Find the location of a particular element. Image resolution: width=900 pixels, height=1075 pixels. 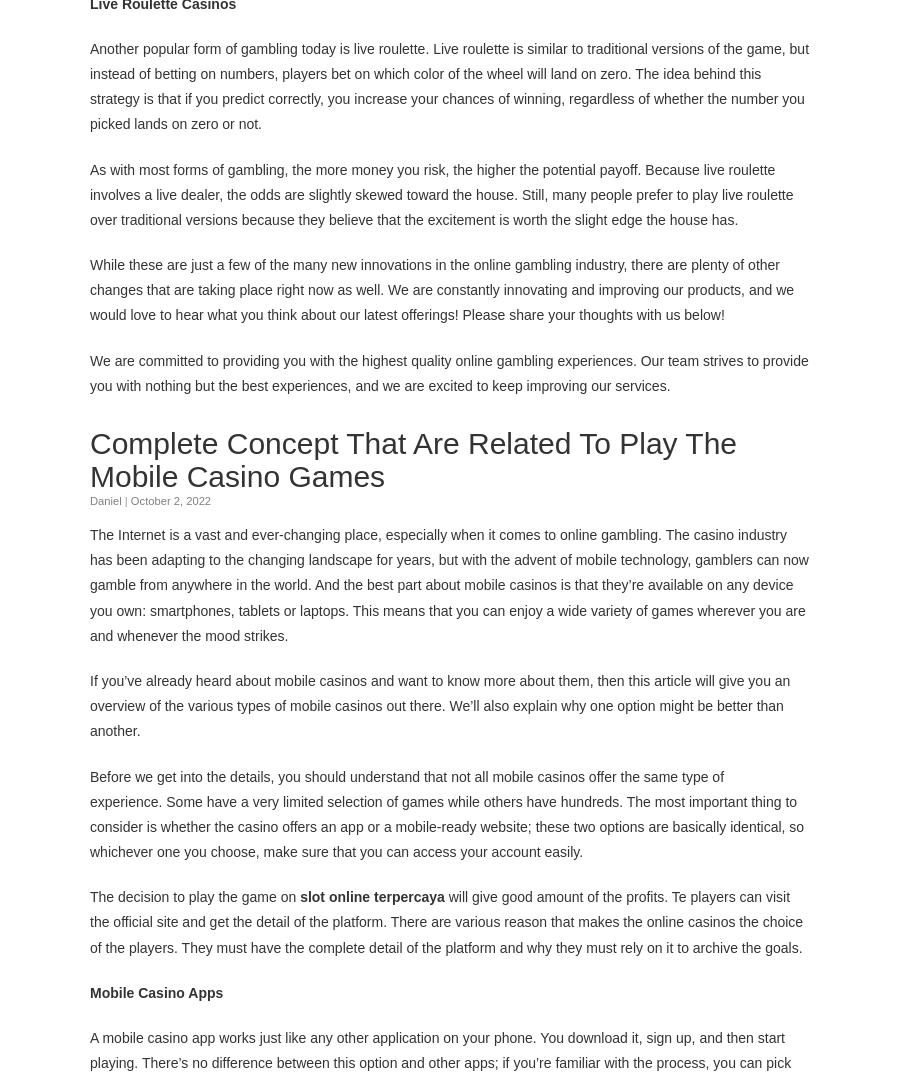

'We are committed to providing you with the highest quality online gambling experiences. Our team strives to provide you with nothing but the best experiences, and we are excited to keep improving our services.' is located at coordinates (449, 372).